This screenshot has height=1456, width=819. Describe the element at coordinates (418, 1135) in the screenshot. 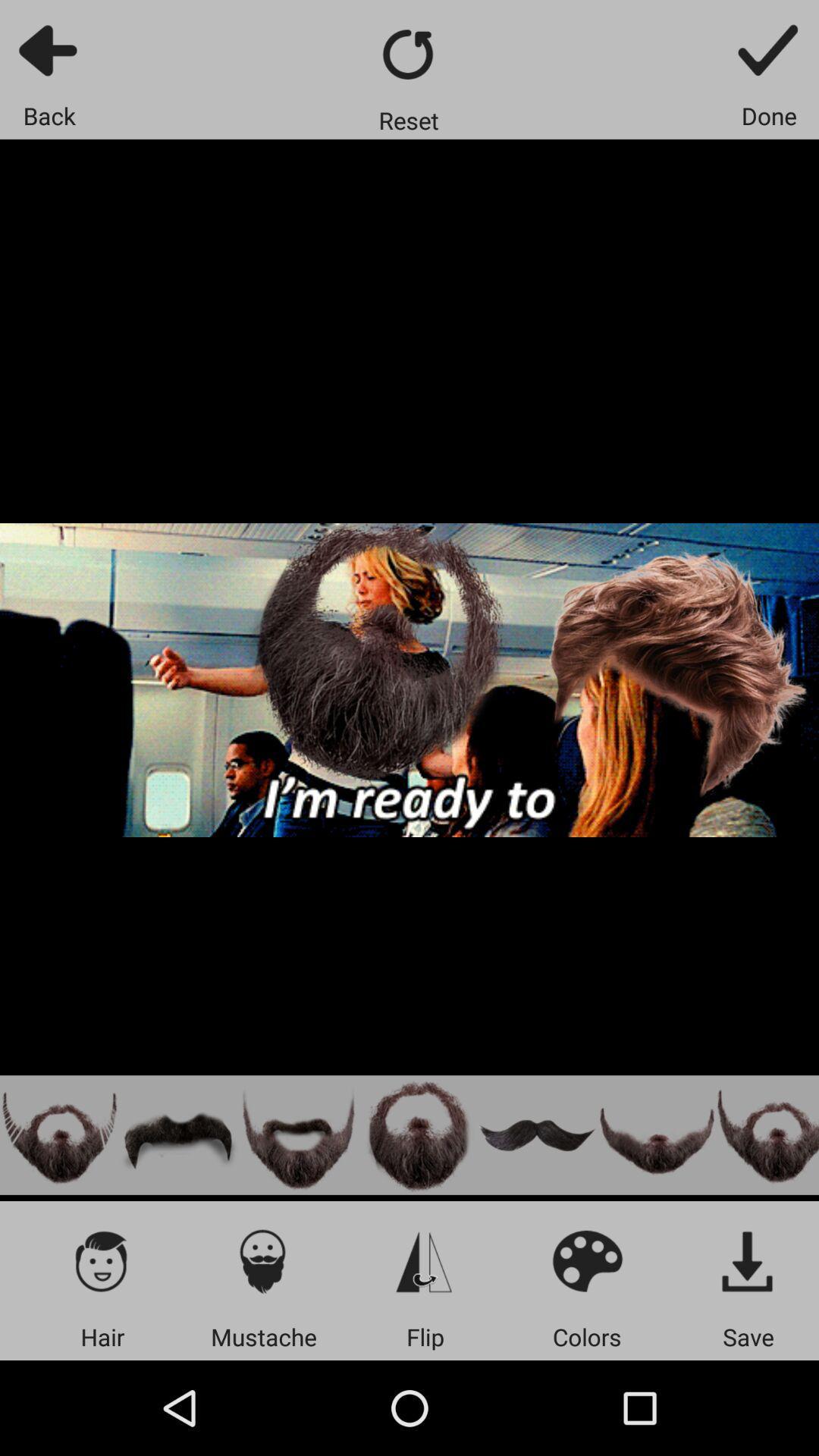

I see `photo edit insert item` at that location.